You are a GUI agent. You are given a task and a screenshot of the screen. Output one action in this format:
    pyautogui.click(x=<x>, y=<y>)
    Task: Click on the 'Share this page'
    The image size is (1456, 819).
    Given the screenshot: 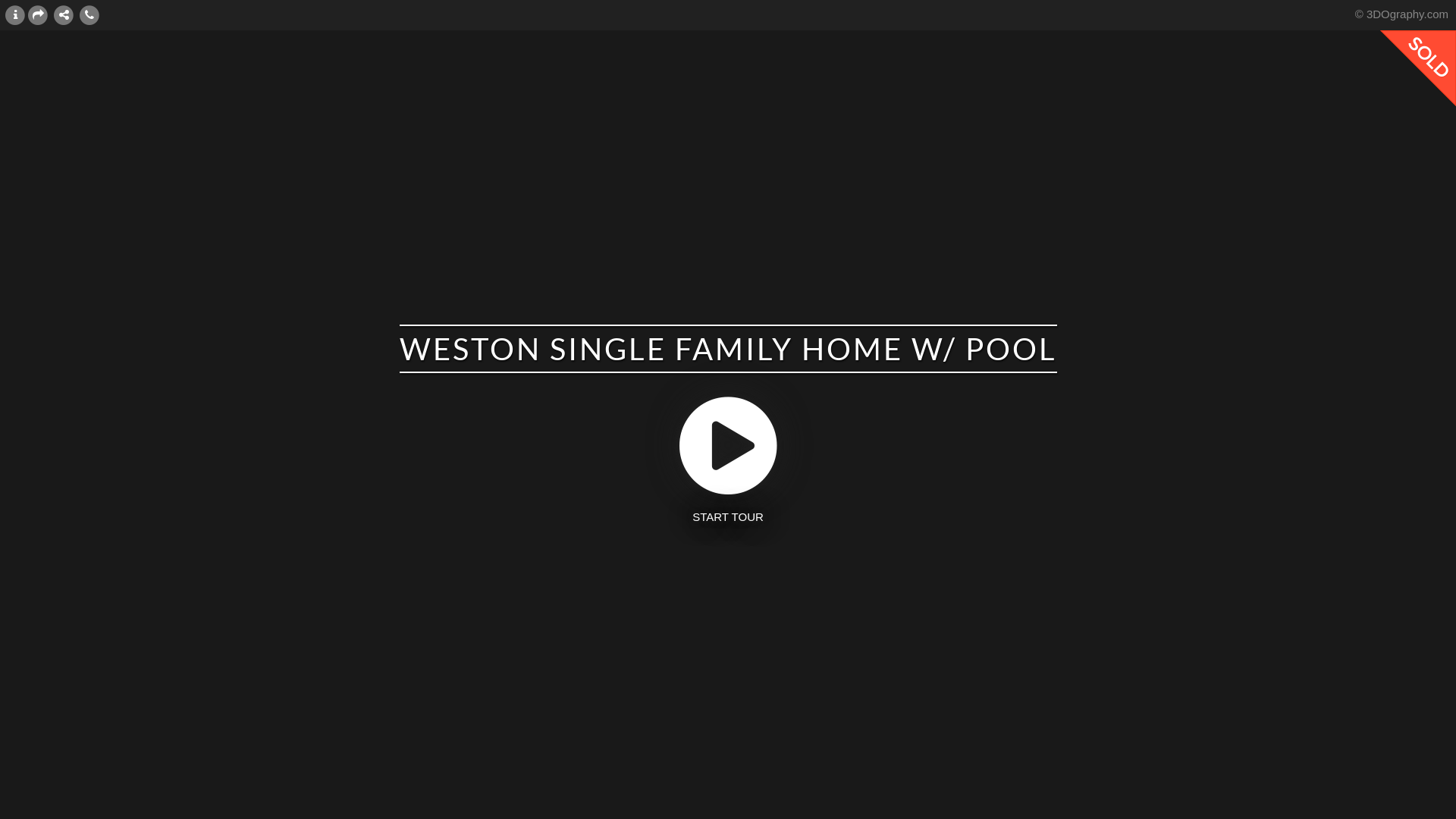 What is the action you would take?
    pyautogui.click(x=37, y=14)
    